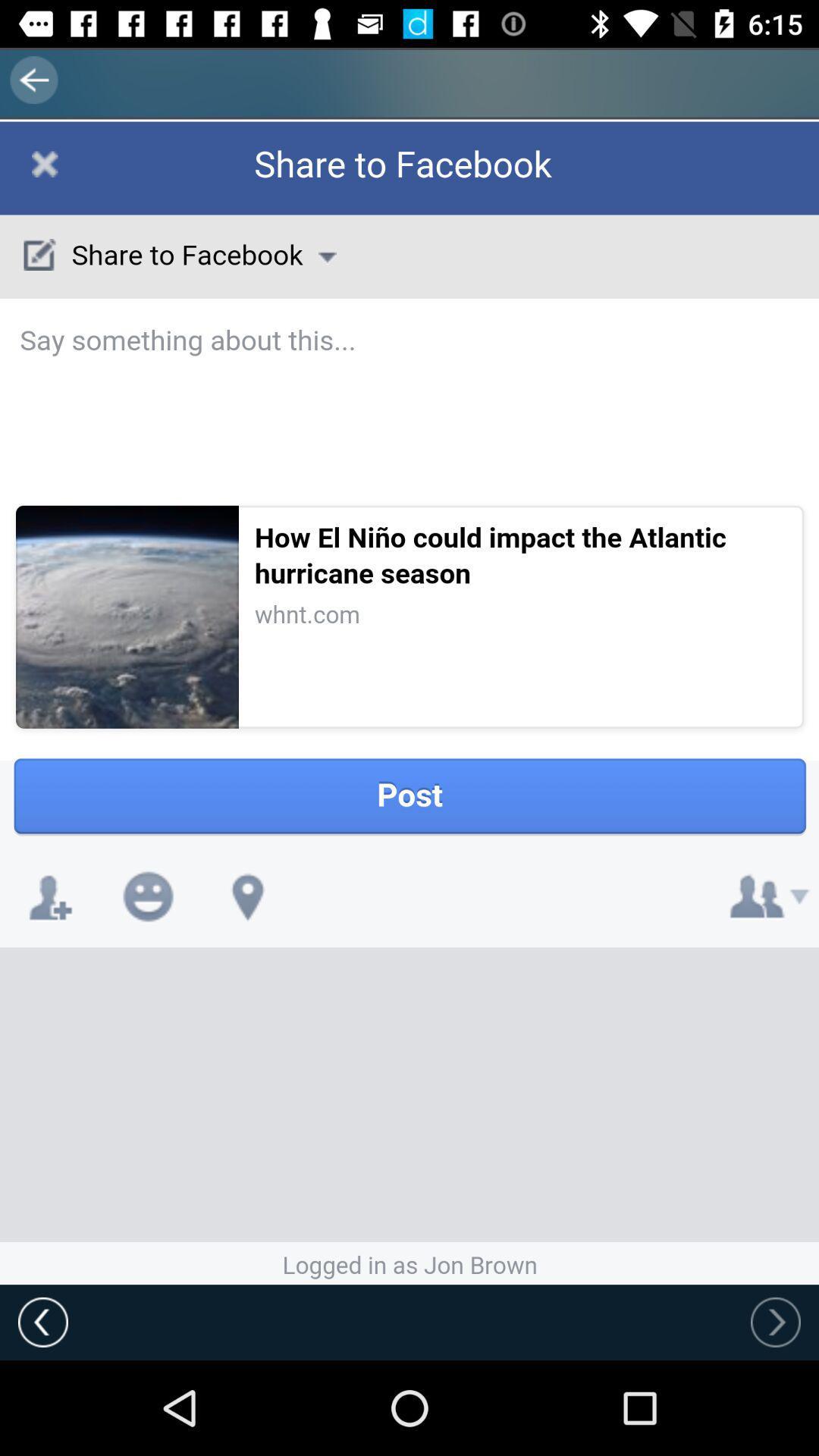  What do you see at coordinates (775, 1321) in the screenshot?
I see `next` at bounding box center [775, 1321].